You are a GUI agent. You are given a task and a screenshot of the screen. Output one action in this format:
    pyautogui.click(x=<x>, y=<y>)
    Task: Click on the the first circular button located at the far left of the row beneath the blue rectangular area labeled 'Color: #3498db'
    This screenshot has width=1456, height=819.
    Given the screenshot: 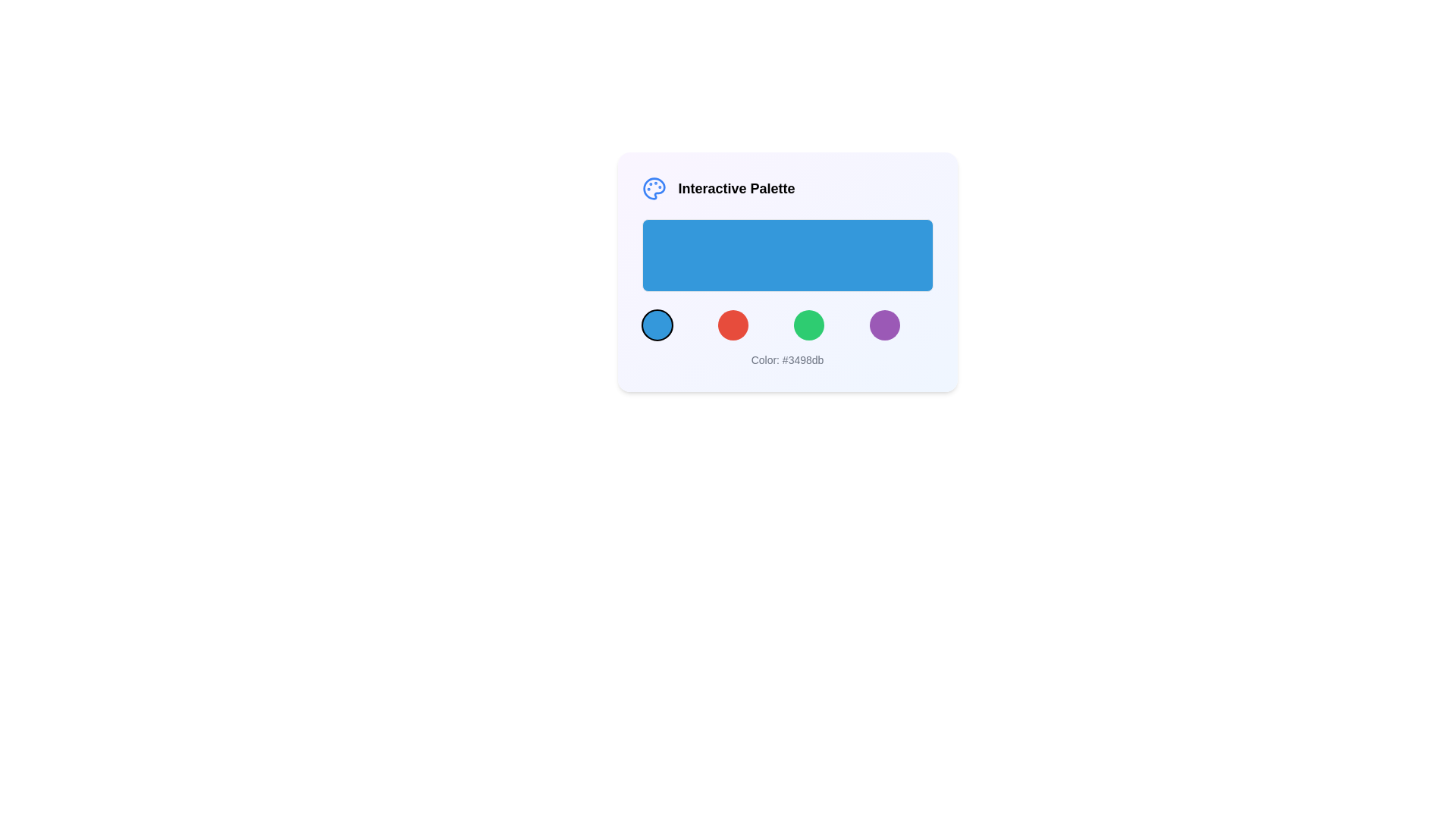 What is the action you would take?
    pyautogui.click(x=657, y=324)
    